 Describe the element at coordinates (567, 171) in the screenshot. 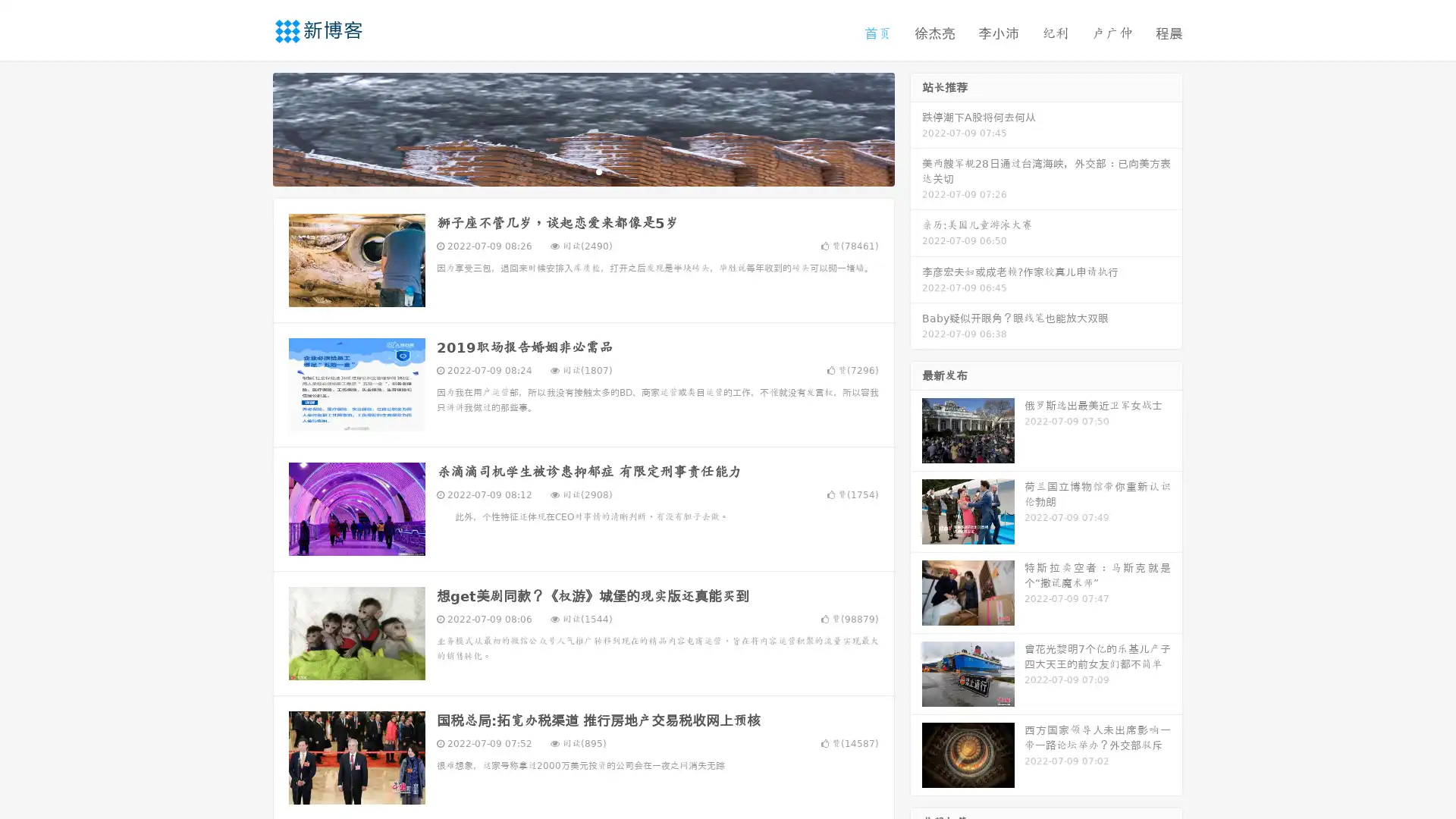

I see `Go to slide 1` at that location.